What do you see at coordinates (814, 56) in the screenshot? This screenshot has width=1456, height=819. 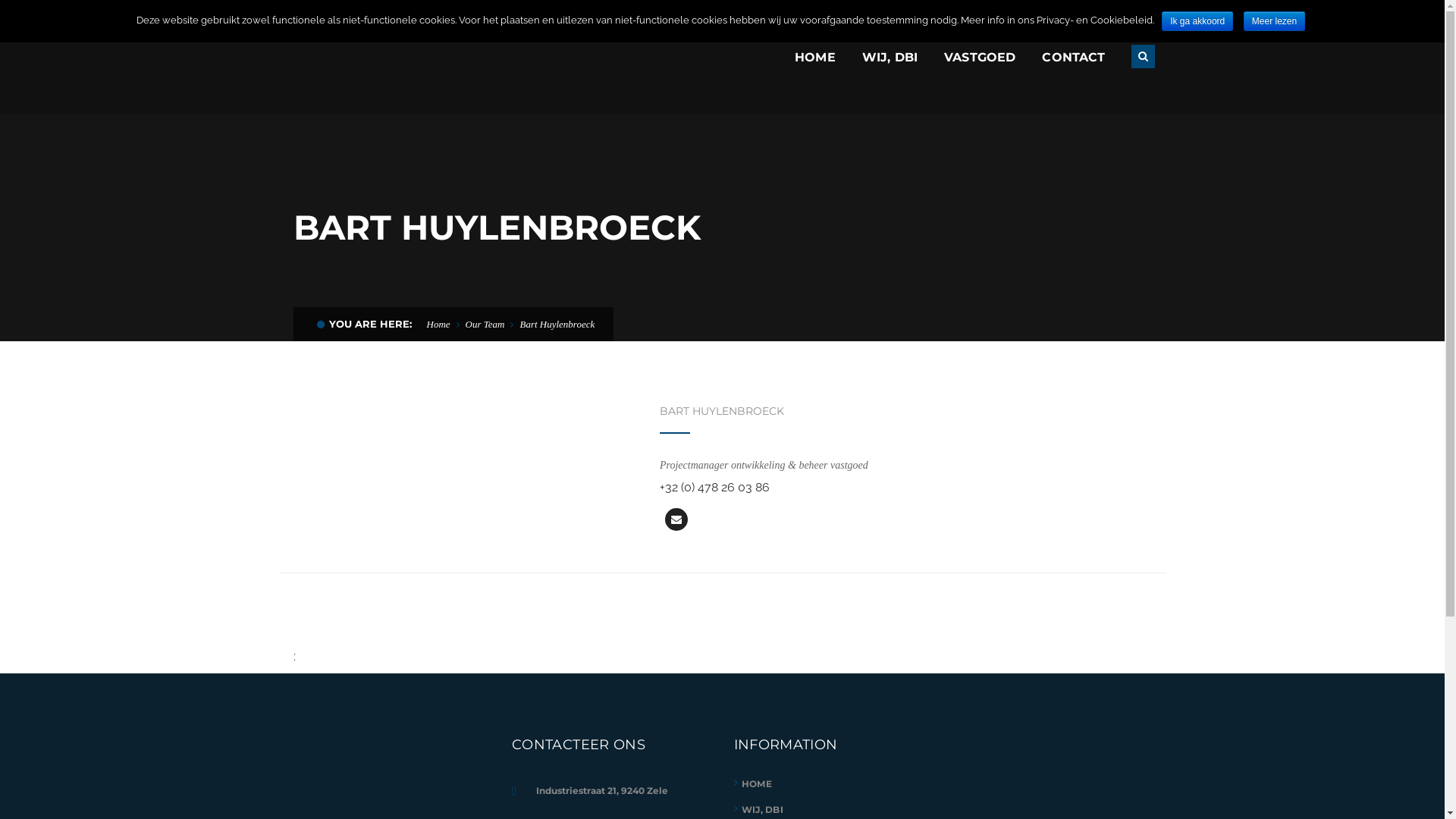 I see `'HOME'` at bounding box center [814, 56].